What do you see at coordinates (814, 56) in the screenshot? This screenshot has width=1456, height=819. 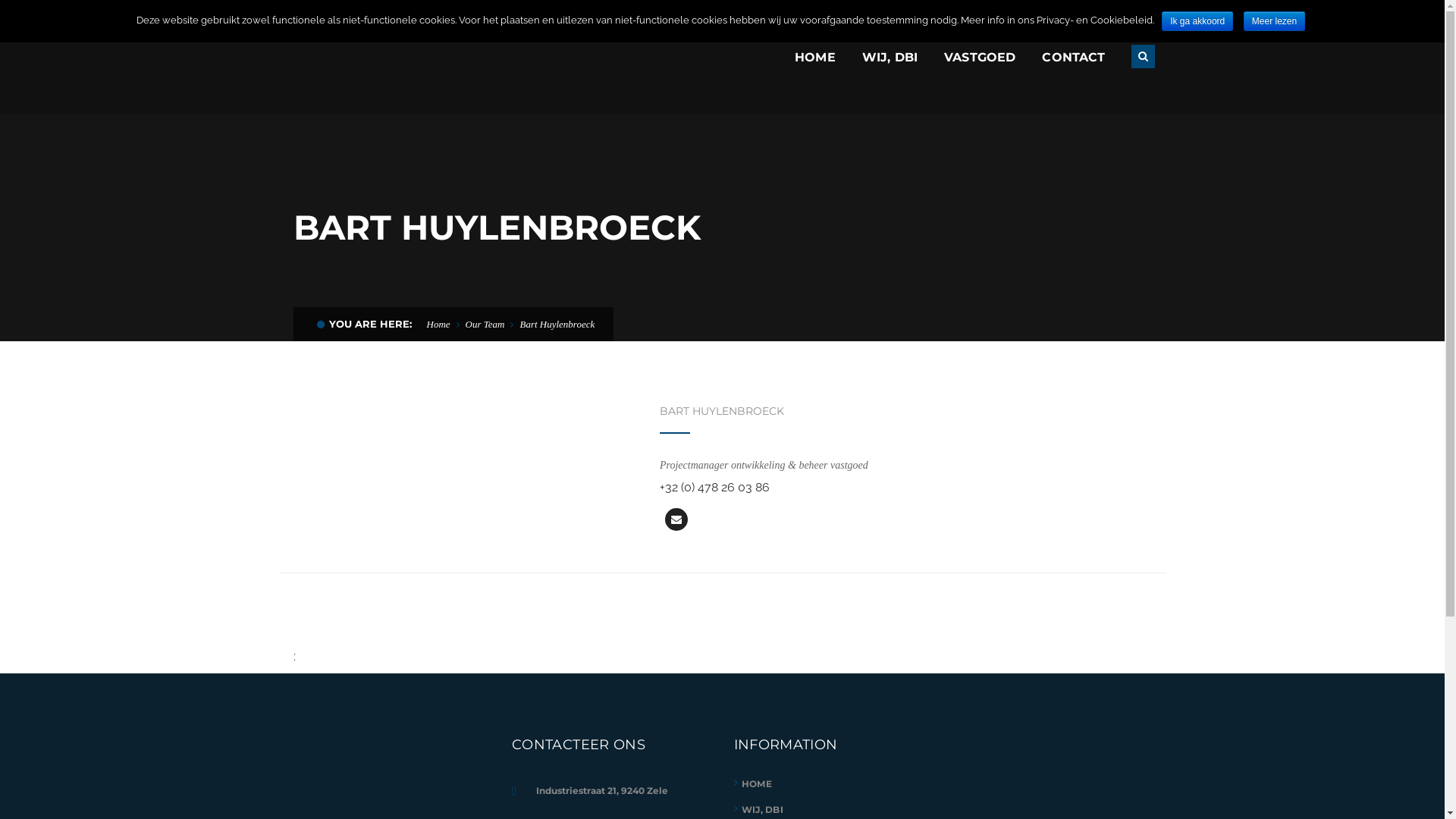 I see `'HOME'` at bounding box center [814, 56].